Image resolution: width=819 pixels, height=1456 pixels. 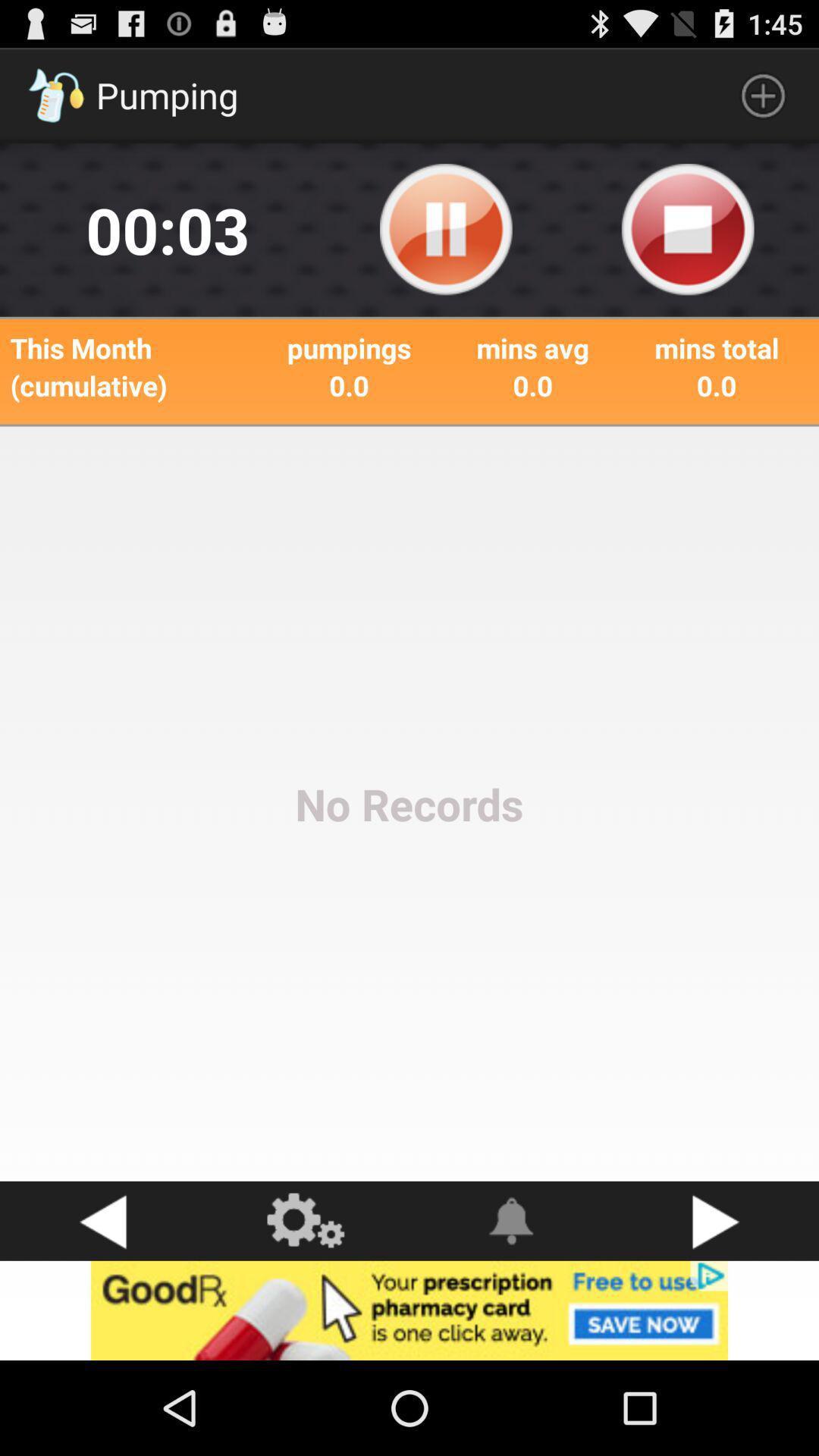 What do you see at coordinates (409, 1310) in the screenshot?
I see `advertisement banner` at bounding box center [409, 1310].